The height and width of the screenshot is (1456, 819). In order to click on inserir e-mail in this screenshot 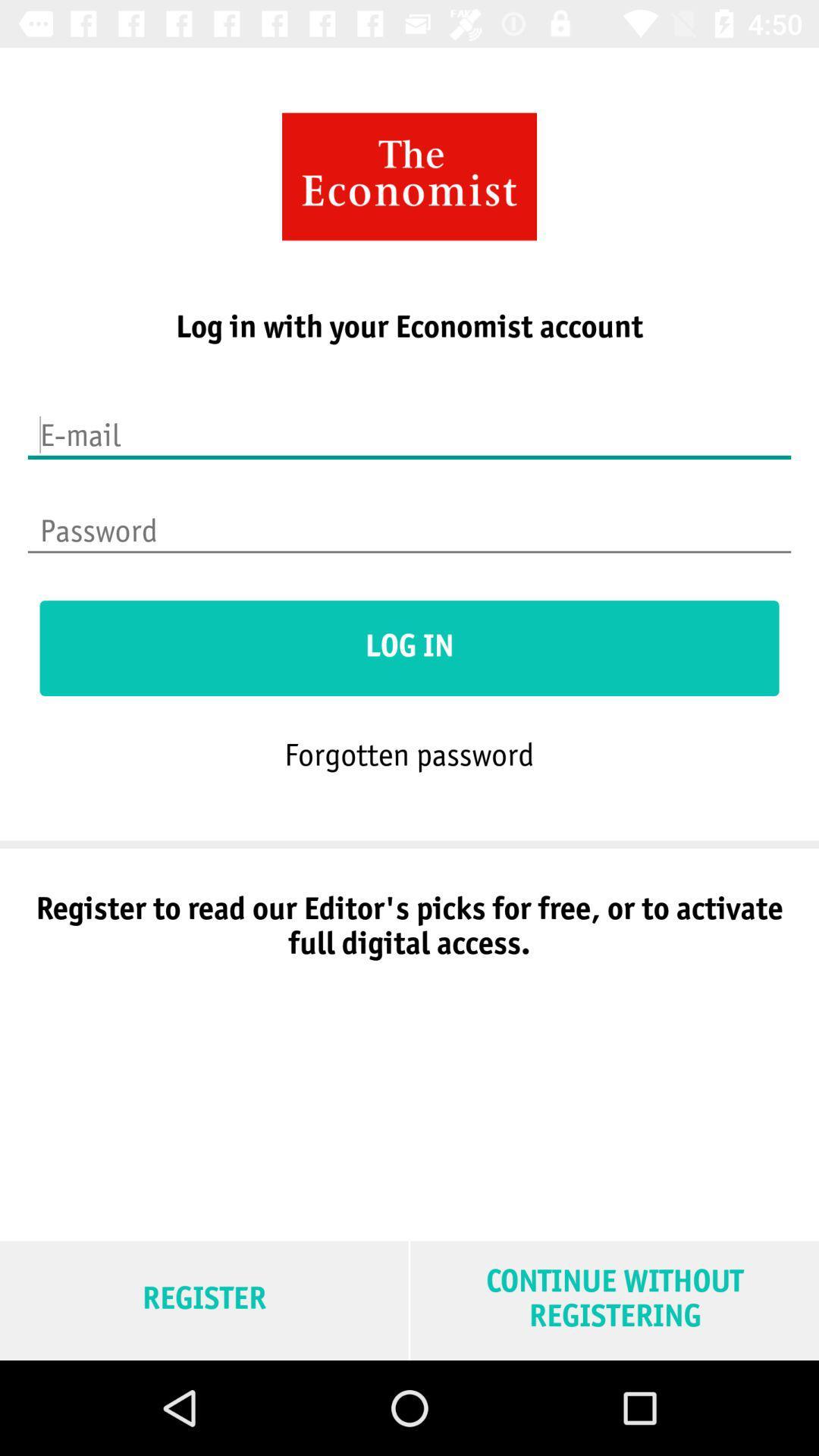, I will do `click(409, 425)`.